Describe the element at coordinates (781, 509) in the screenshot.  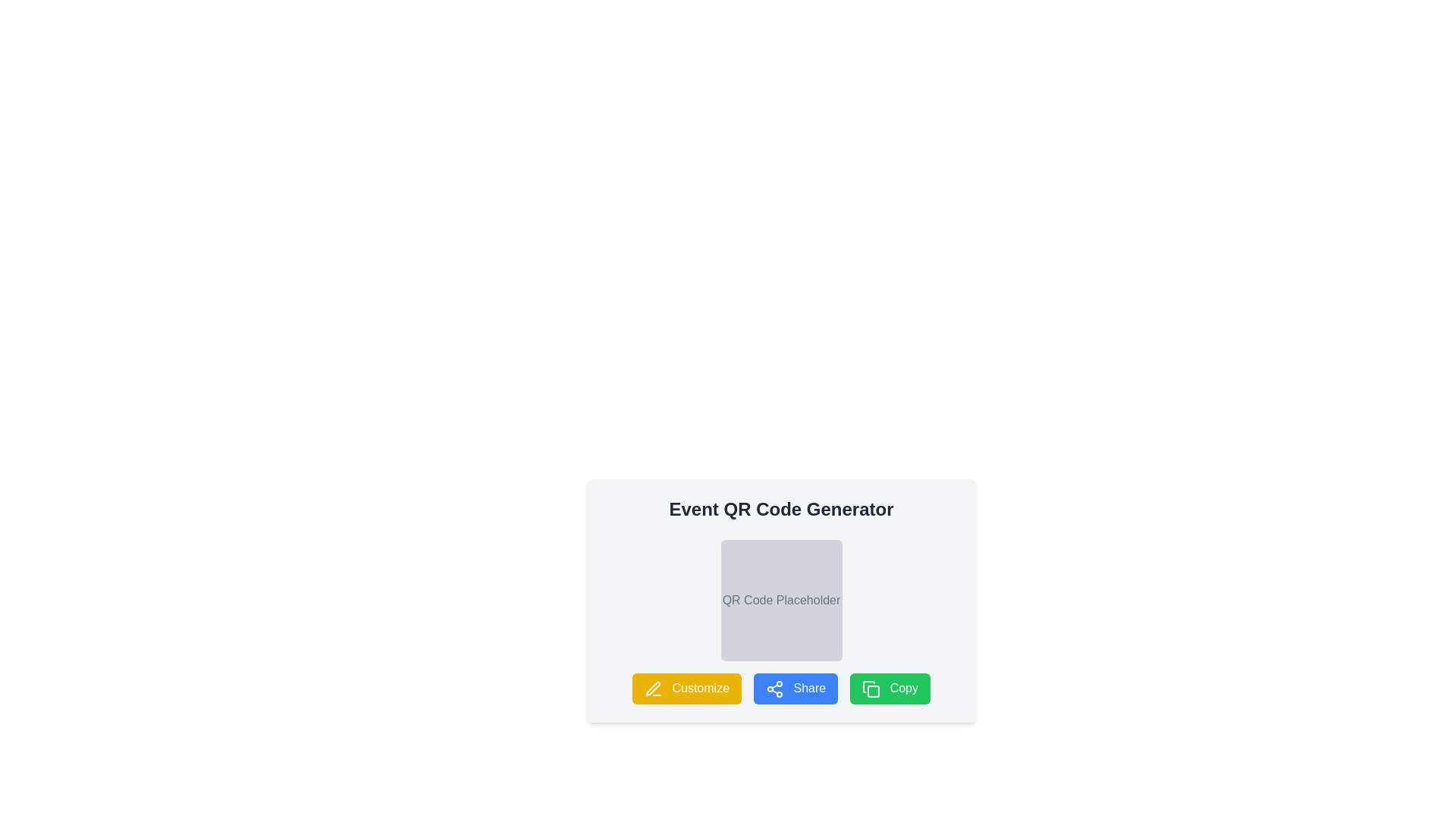
I see `the static text header labeled 'Event QR Code Generator' which is prominently displayed in bold typography on a white background card` at that location.